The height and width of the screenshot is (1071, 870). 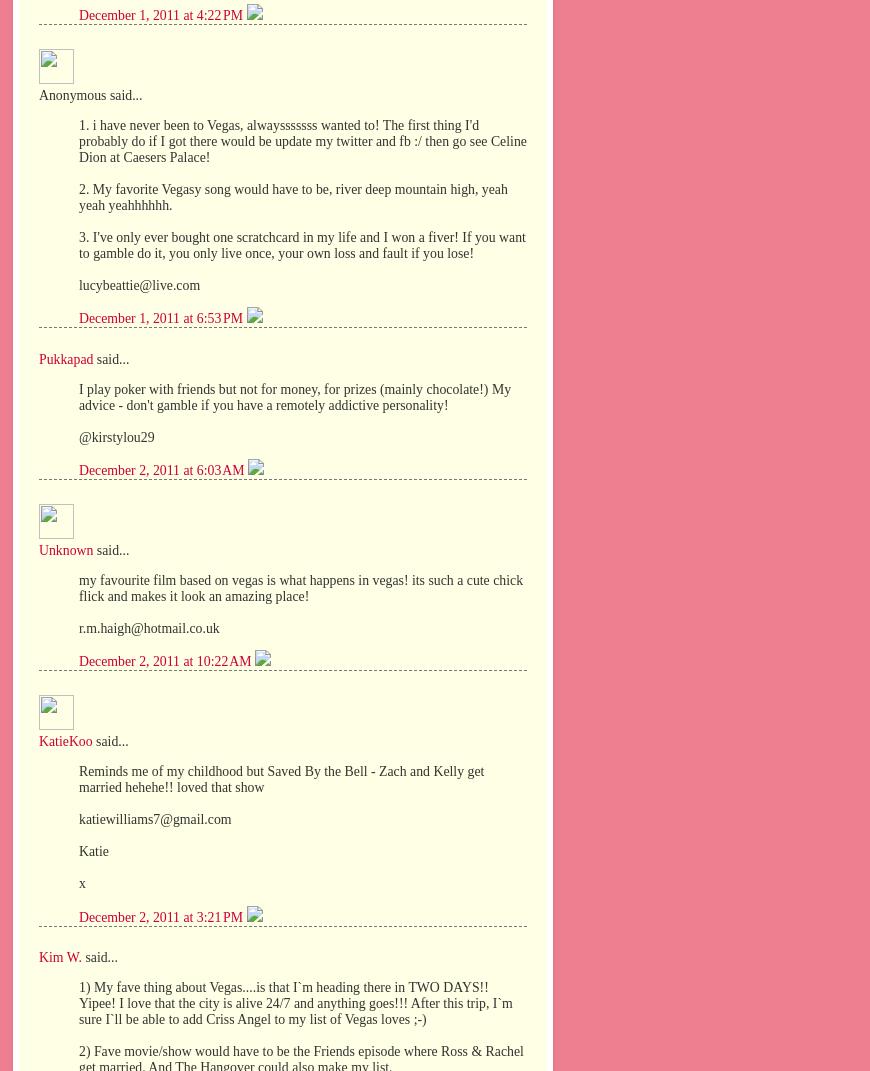 I want to click on 'Unknown', so click(x=65, y=549).